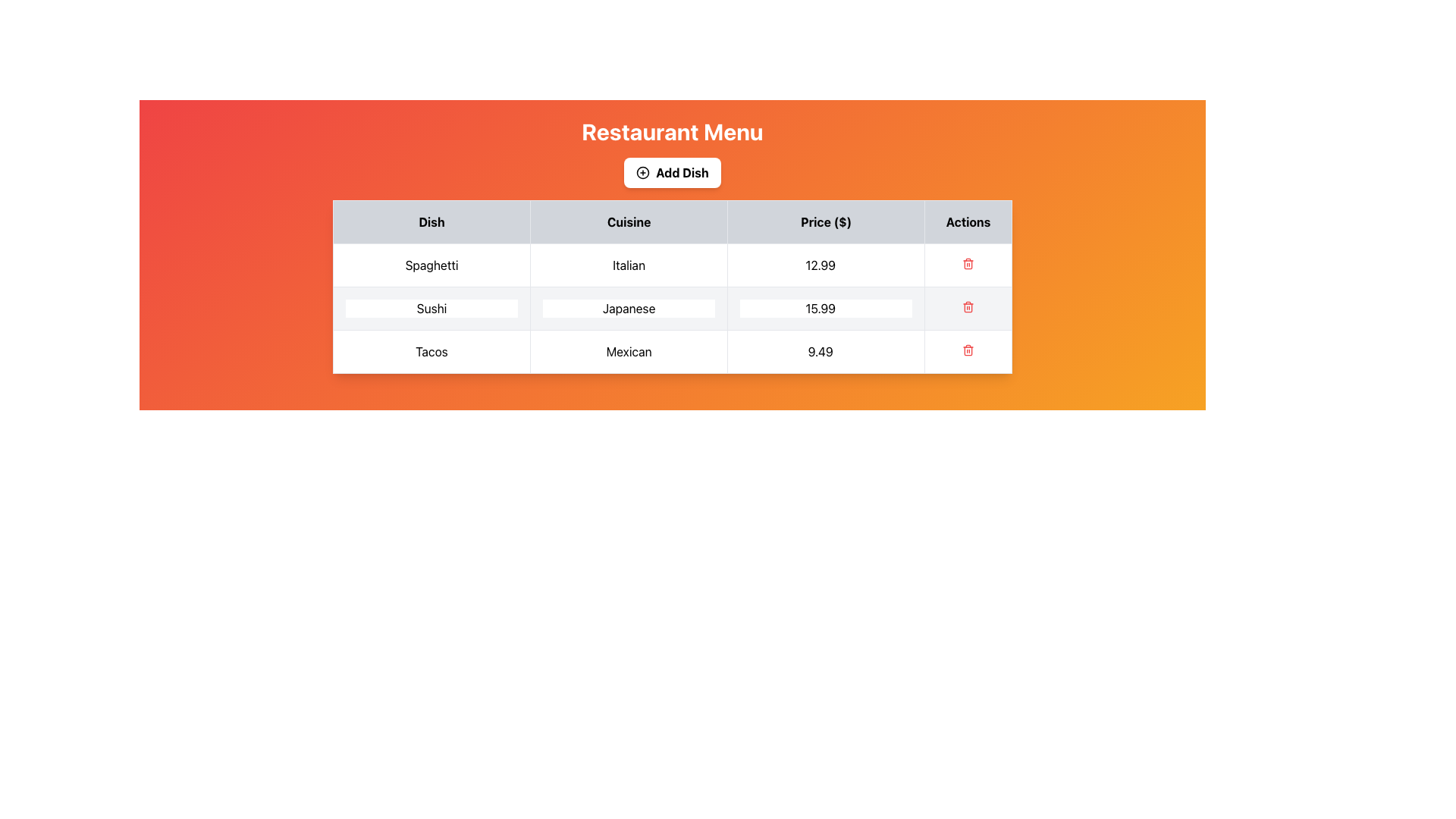  What do you see at coordinates (629, 222) in the screenshot?
I see `the 'Cuisine' header text label in the table, which is the second cell in the header row, positioned between 'Dish' and 'Price ($)'` at bounding box center [629, 222].